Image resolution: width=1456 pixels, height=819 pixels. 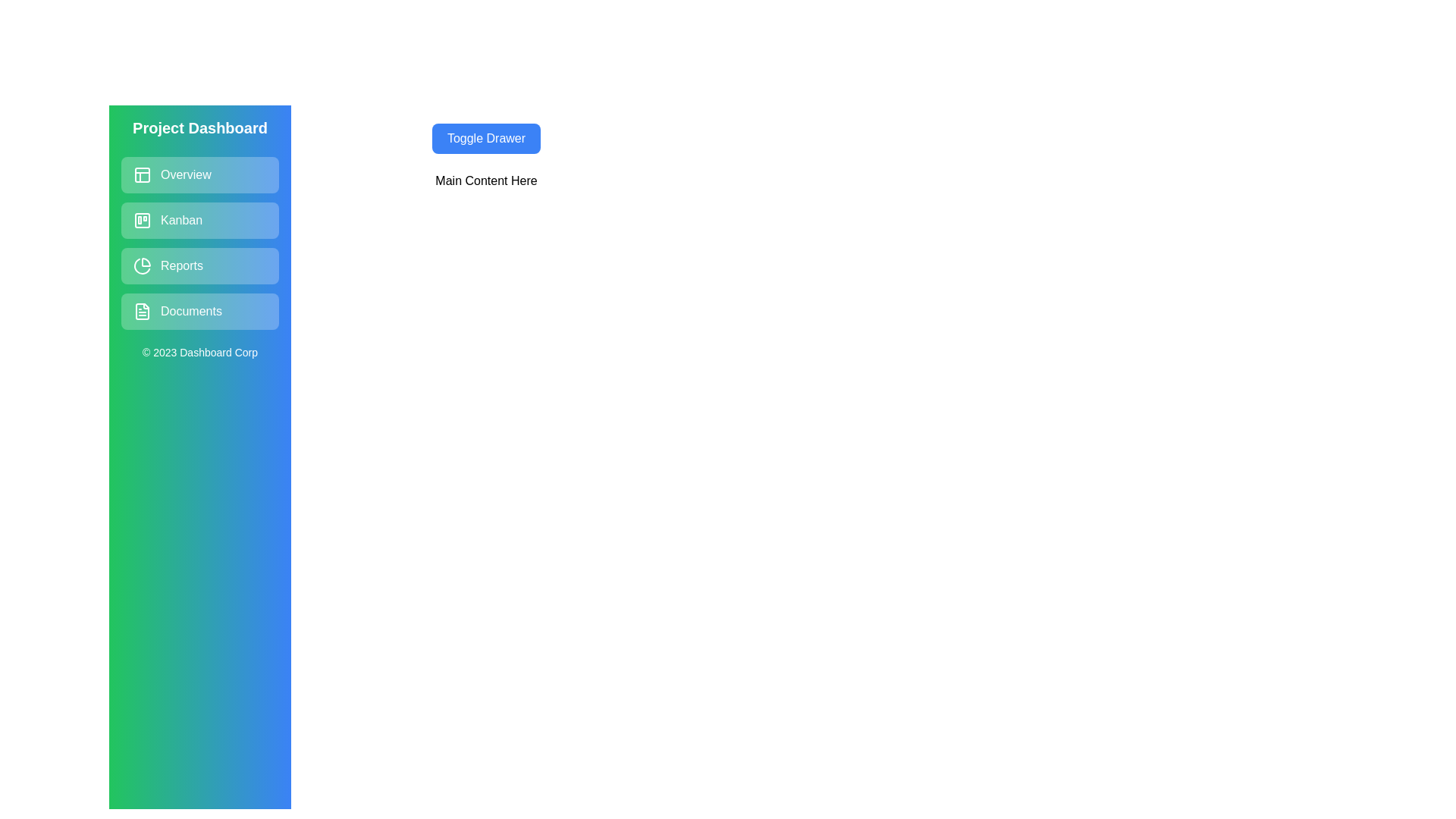 What do you see at coordinates (199, 353) in the screenshot?
I see `the footer message to interact with it` at bounding box center [199, 353].